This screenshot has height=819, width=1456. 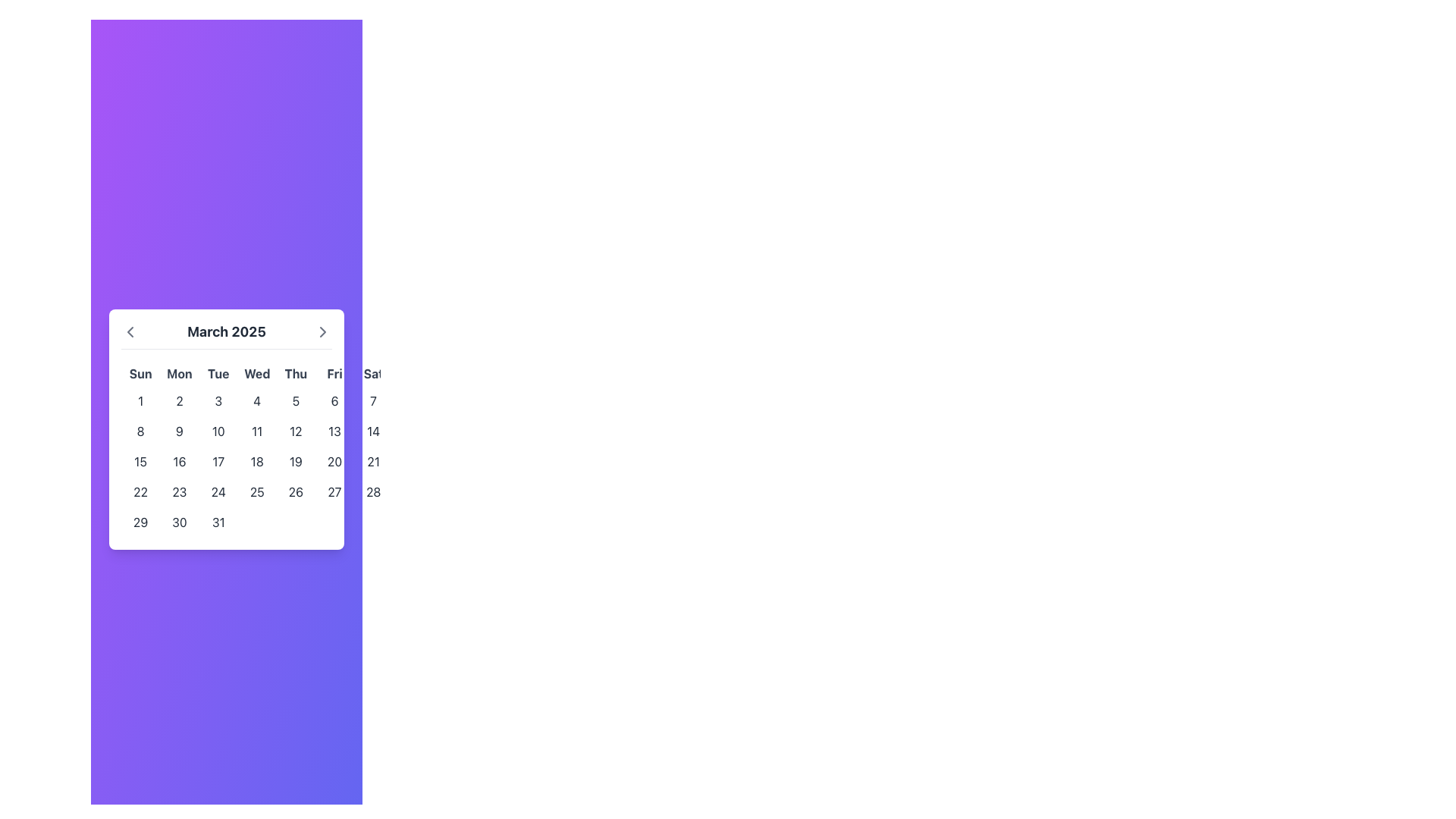 I want to click on the Calendar Date Cell displaying the number '23' in bold black font, so click(x=179, y=491).